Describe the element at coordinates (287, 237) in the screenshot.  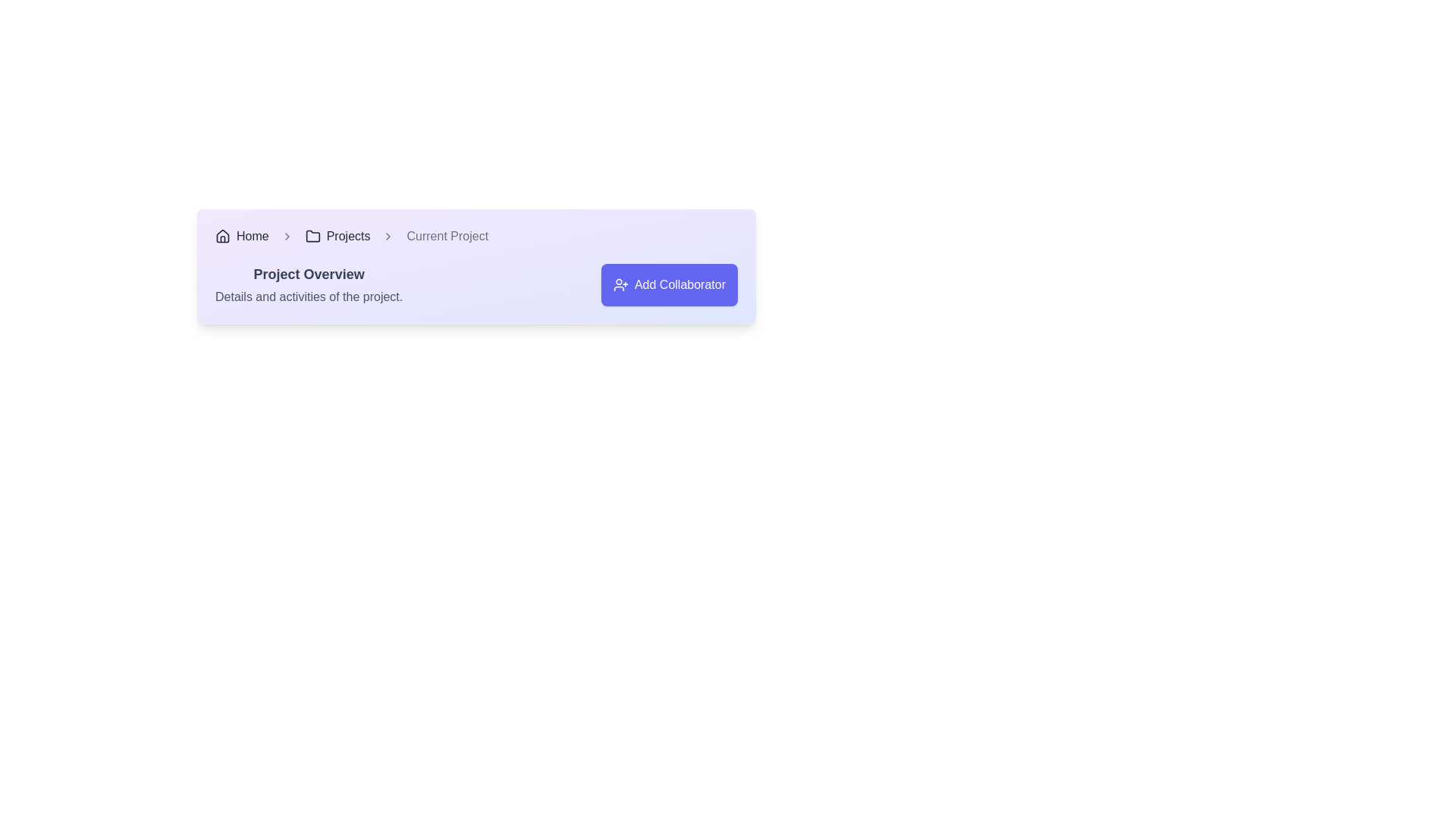
I see `the right-pointing chevron icon in the breadcrumb navigation located between 'Home' and 'Projects'` at that location.